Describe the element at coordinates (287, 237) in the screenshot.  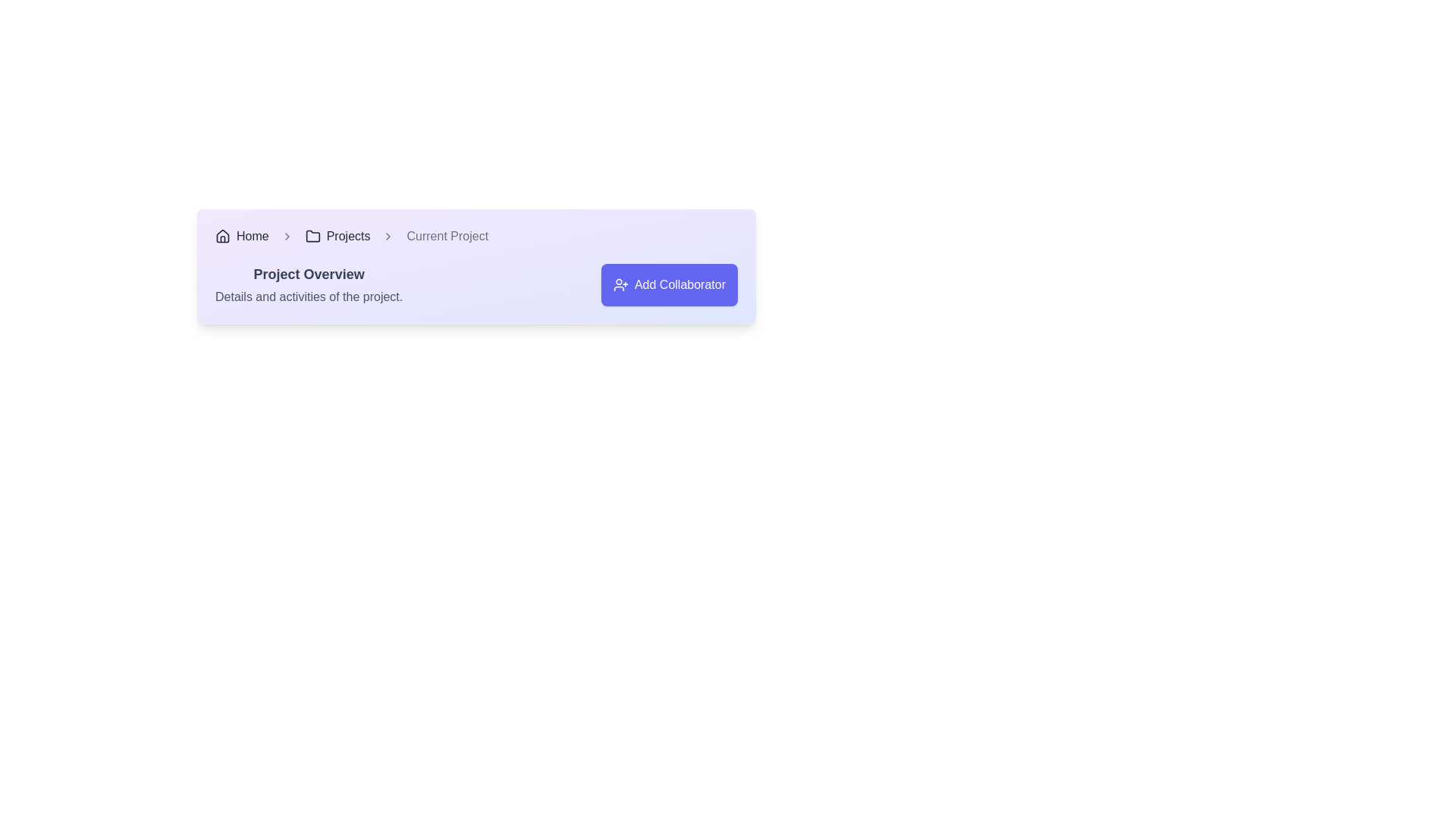
I see `the right-pointing chevron icon in the breadcrumb navigation located between 'Home' and 'Projects'` at that location.